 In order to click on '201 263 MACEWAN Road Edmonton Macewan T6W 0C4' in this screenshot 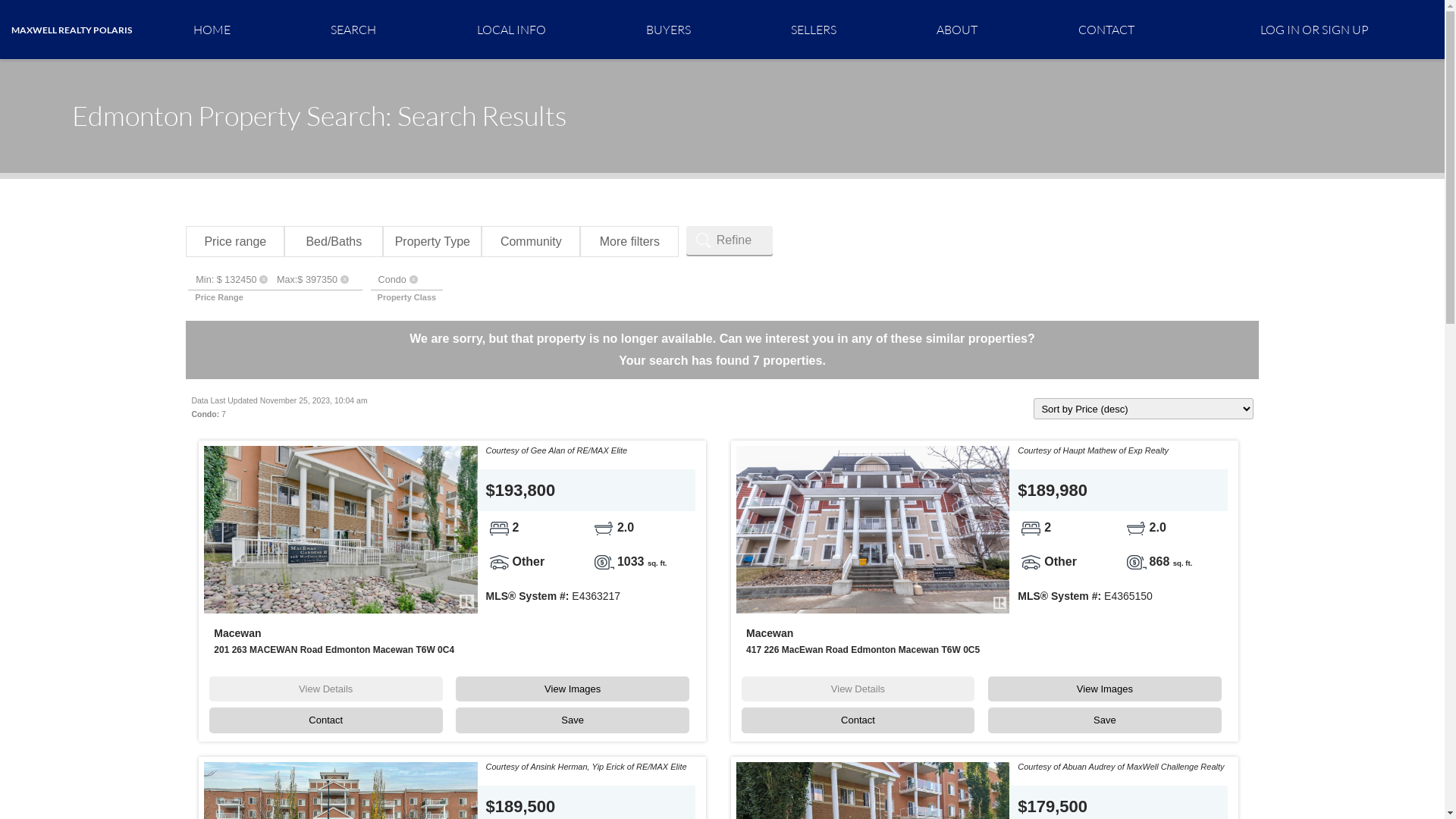, I will do `click(333, 648)`.